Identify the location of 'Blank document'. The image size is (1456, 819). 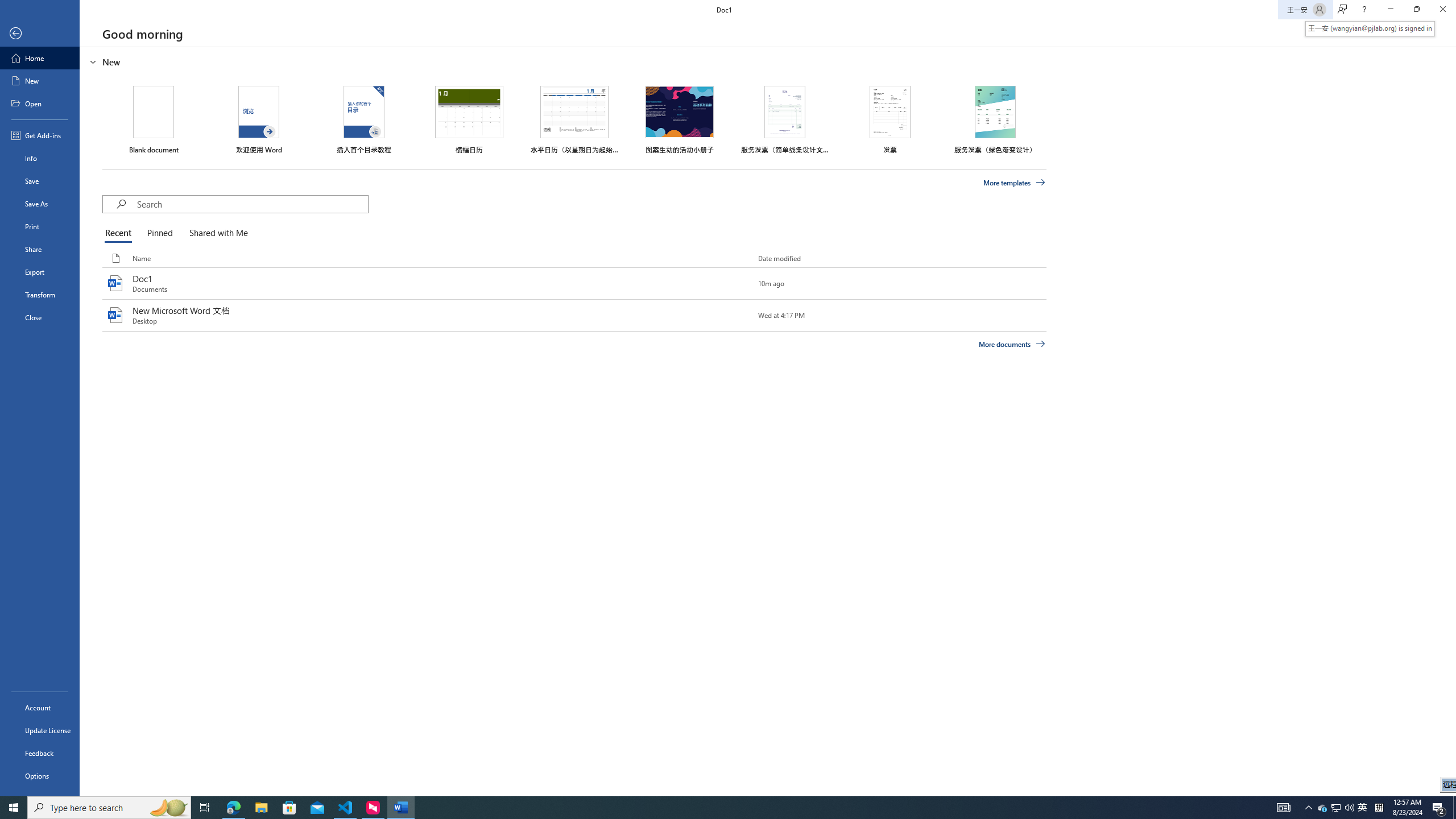
(153, 119).